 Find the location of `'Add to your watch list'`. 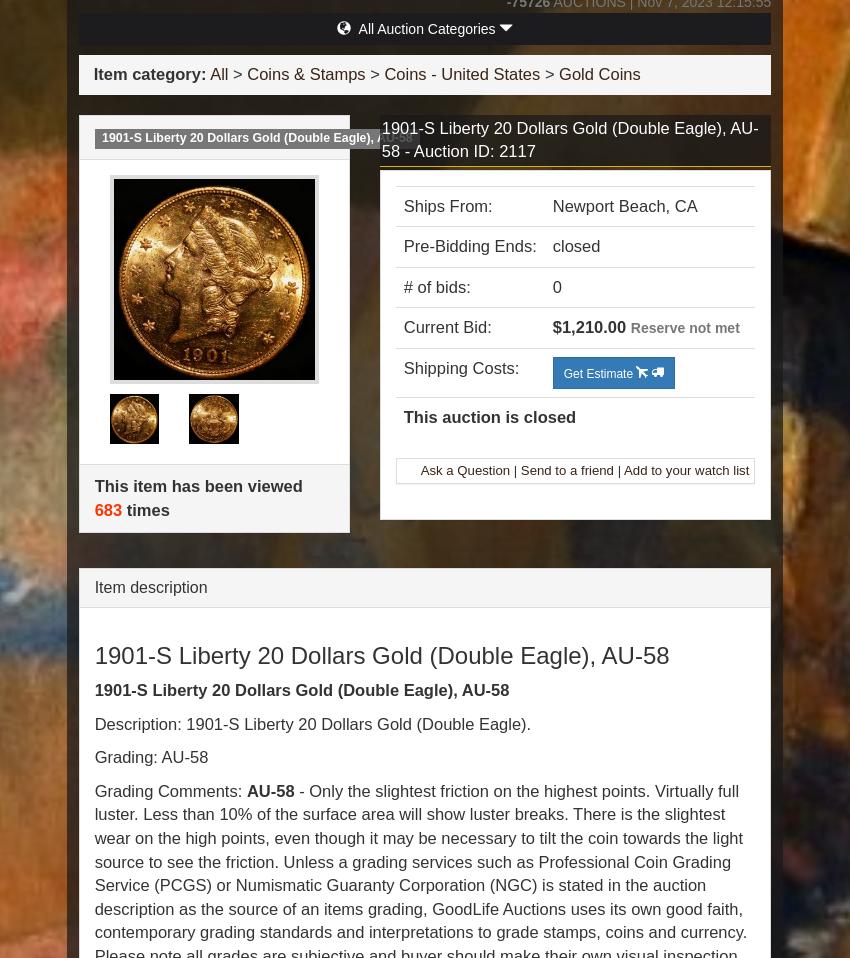

'Add to your watch list' is located at coordinates (622, 469).